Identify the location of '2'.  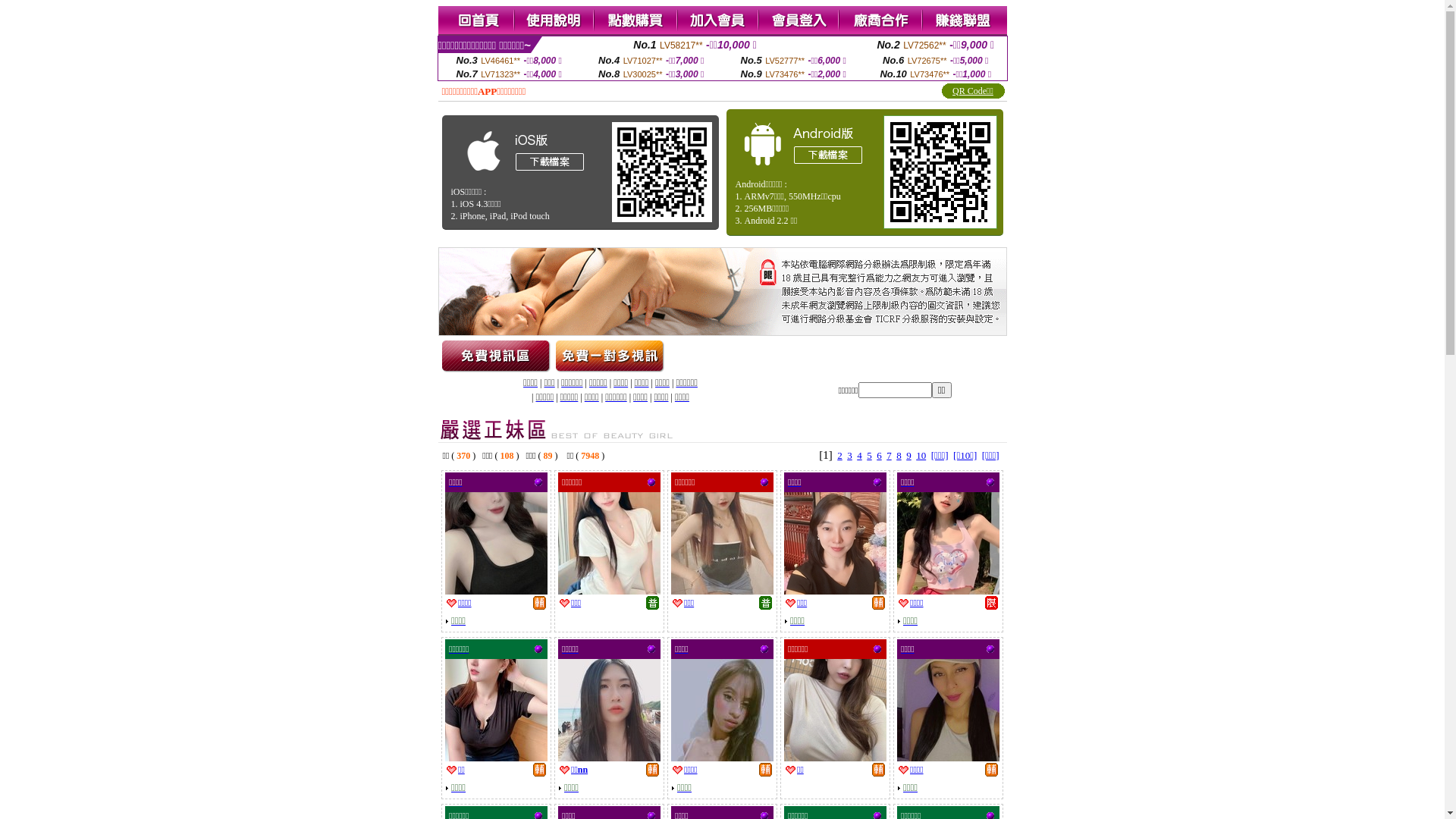
(836, 454).